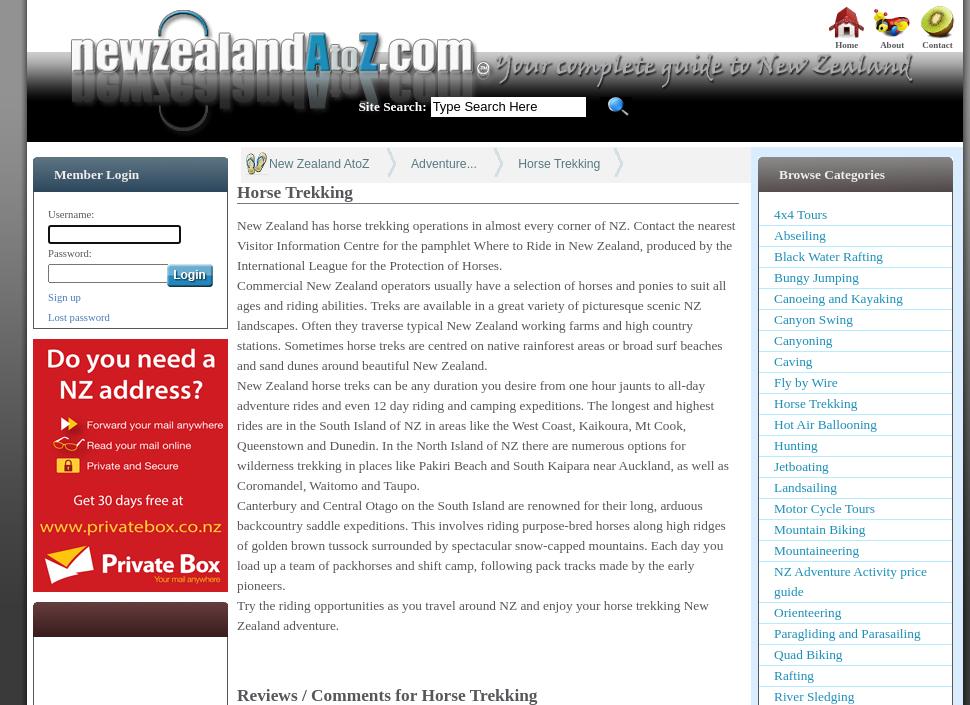 The image size is (970, 705). Describe the element at coordinates (921, 43) in the screenshot. I see `'Contact'` at that location.